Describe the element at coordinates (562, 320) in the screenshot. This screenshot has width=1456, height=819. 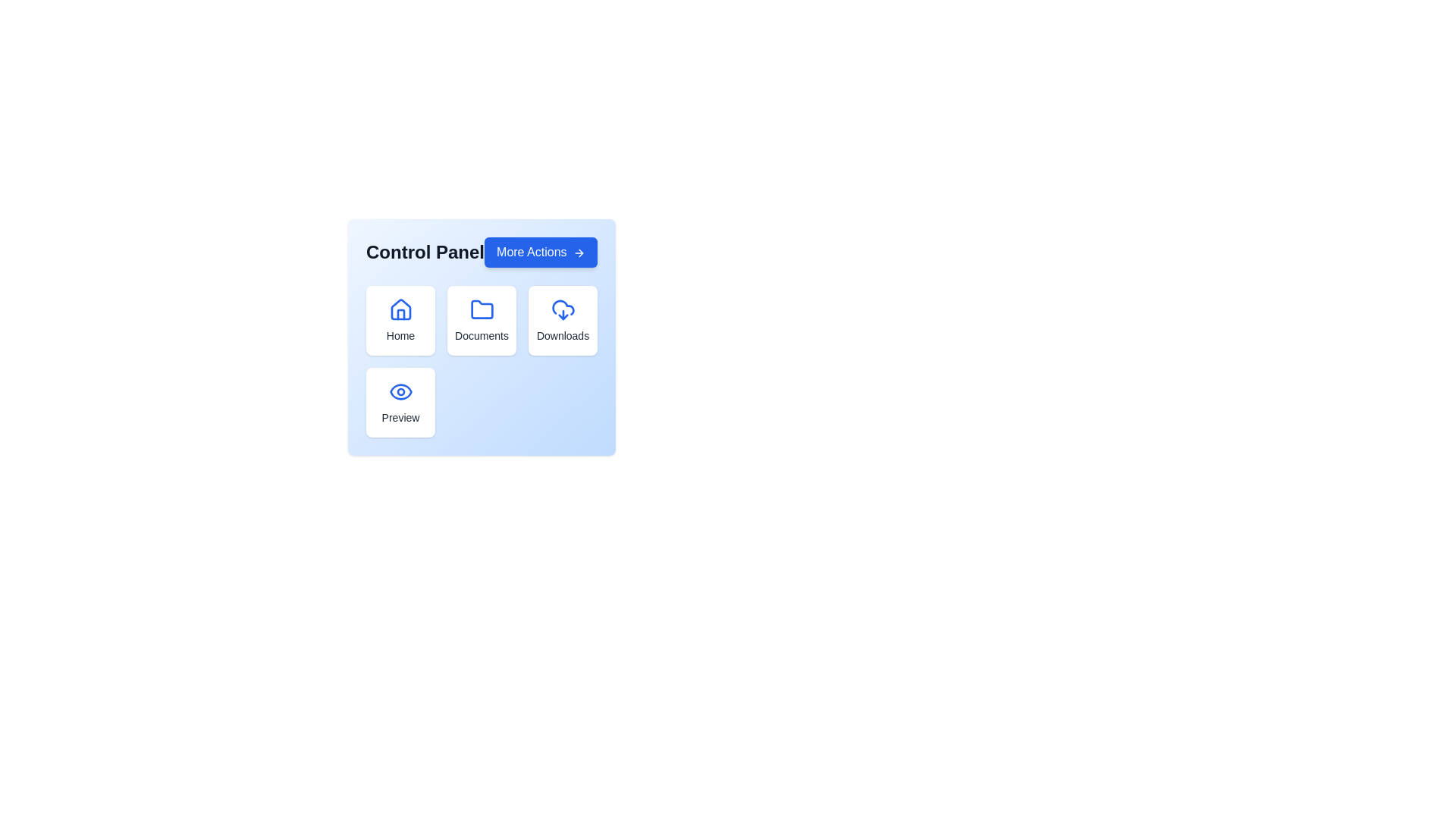
I see `the download button with a cloud-shaped icon and the label 'Downloads' located in the grid layout as the third element in the first row` at that location.